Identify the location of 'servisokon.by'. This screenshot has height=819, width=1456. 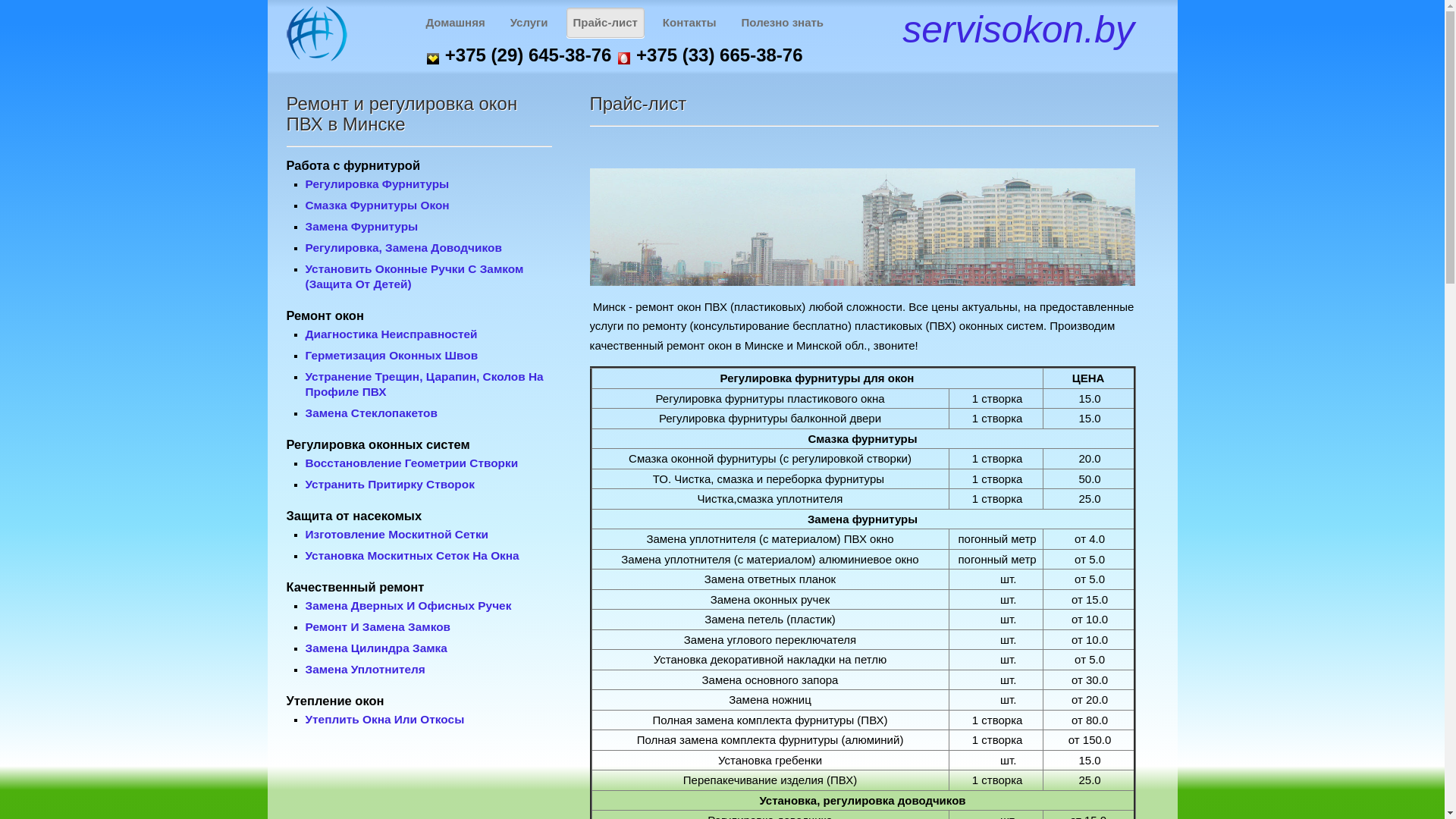
(1018, 29).